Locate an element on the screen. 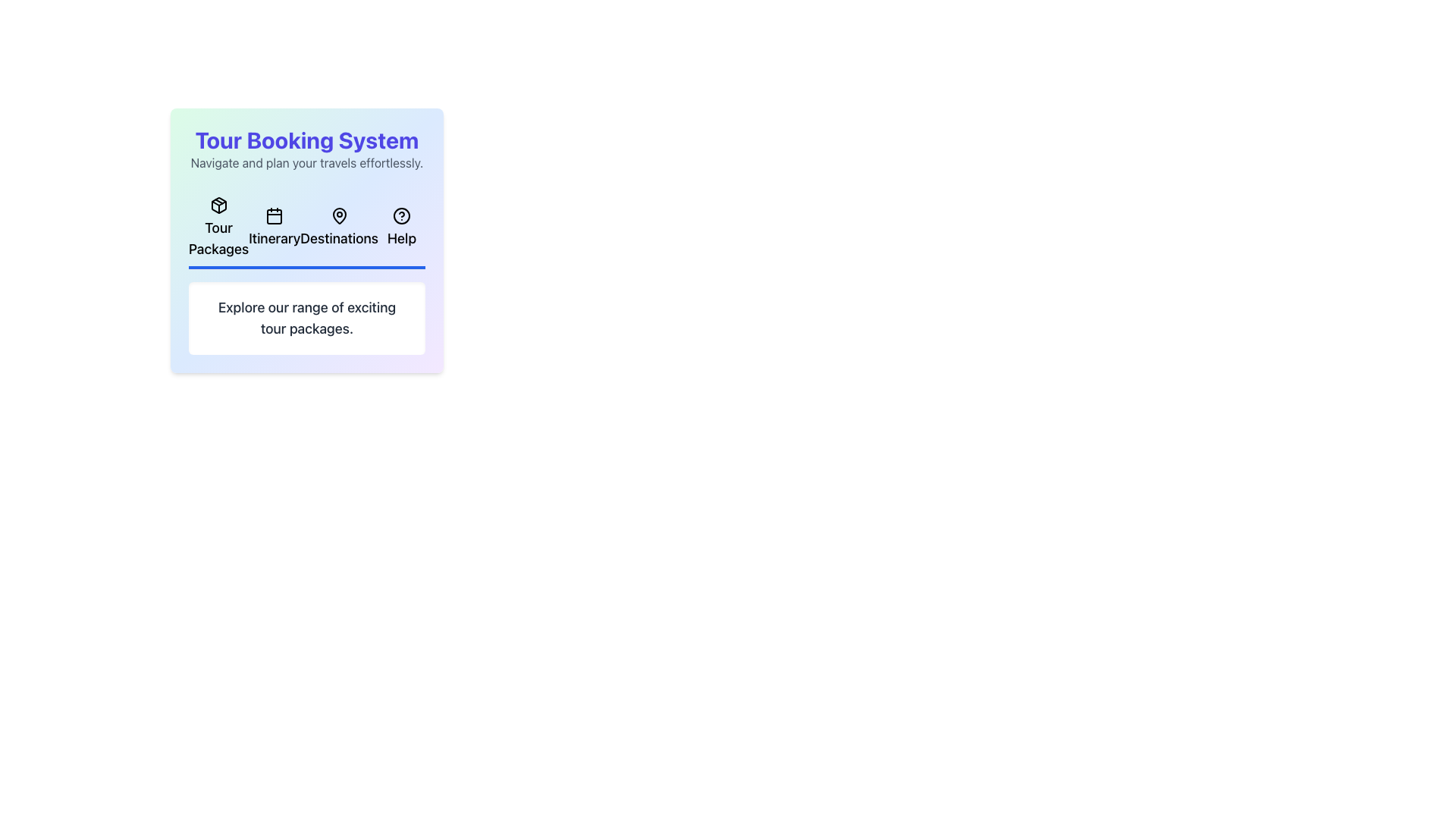 This screenshot has width=1456, height=819. the 'Destinations' tab in the Navigation bar is located at coordinates (338, 230).